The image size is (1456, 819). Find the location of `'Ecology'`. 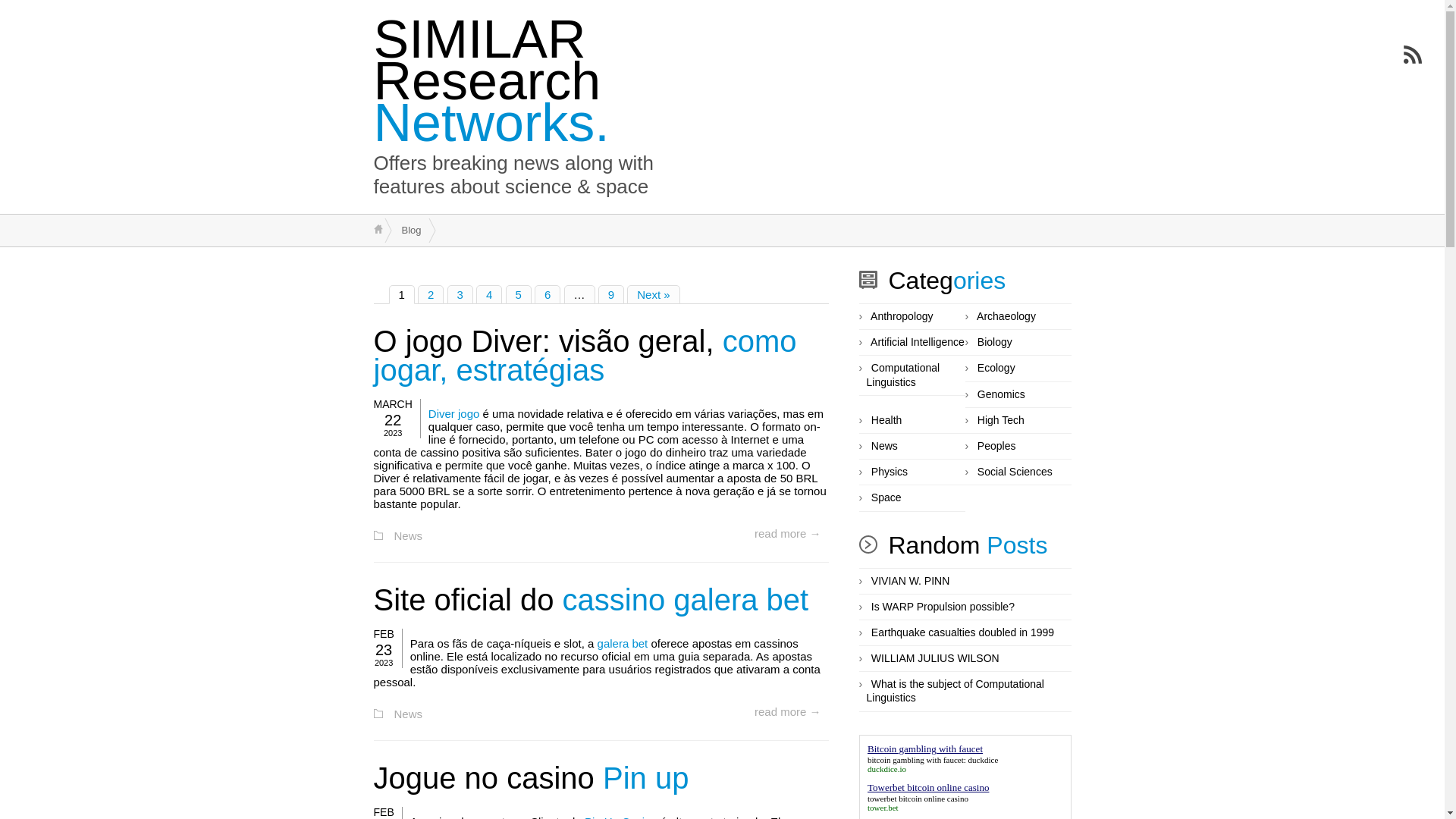

'Ecology' is located at coordinates (977, 369).